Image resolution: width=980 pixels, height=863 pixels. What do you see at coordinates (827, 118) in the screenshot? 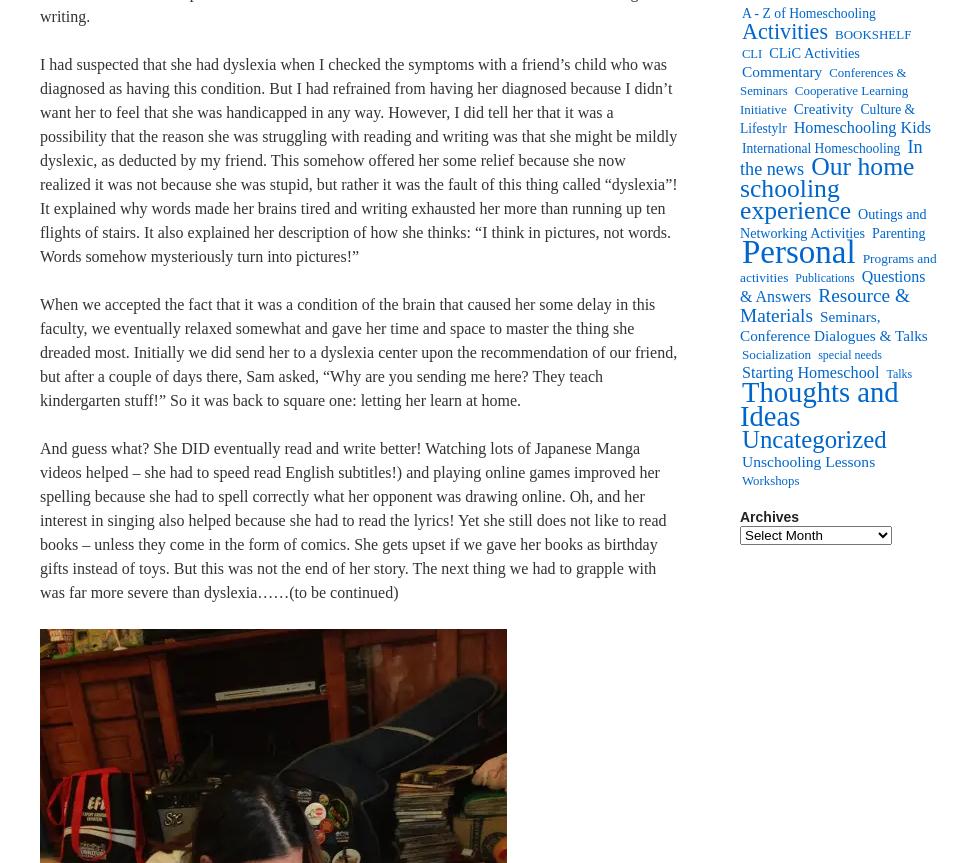
I see `'Culture & Lifestylr'` at bounding box center [827, 118].